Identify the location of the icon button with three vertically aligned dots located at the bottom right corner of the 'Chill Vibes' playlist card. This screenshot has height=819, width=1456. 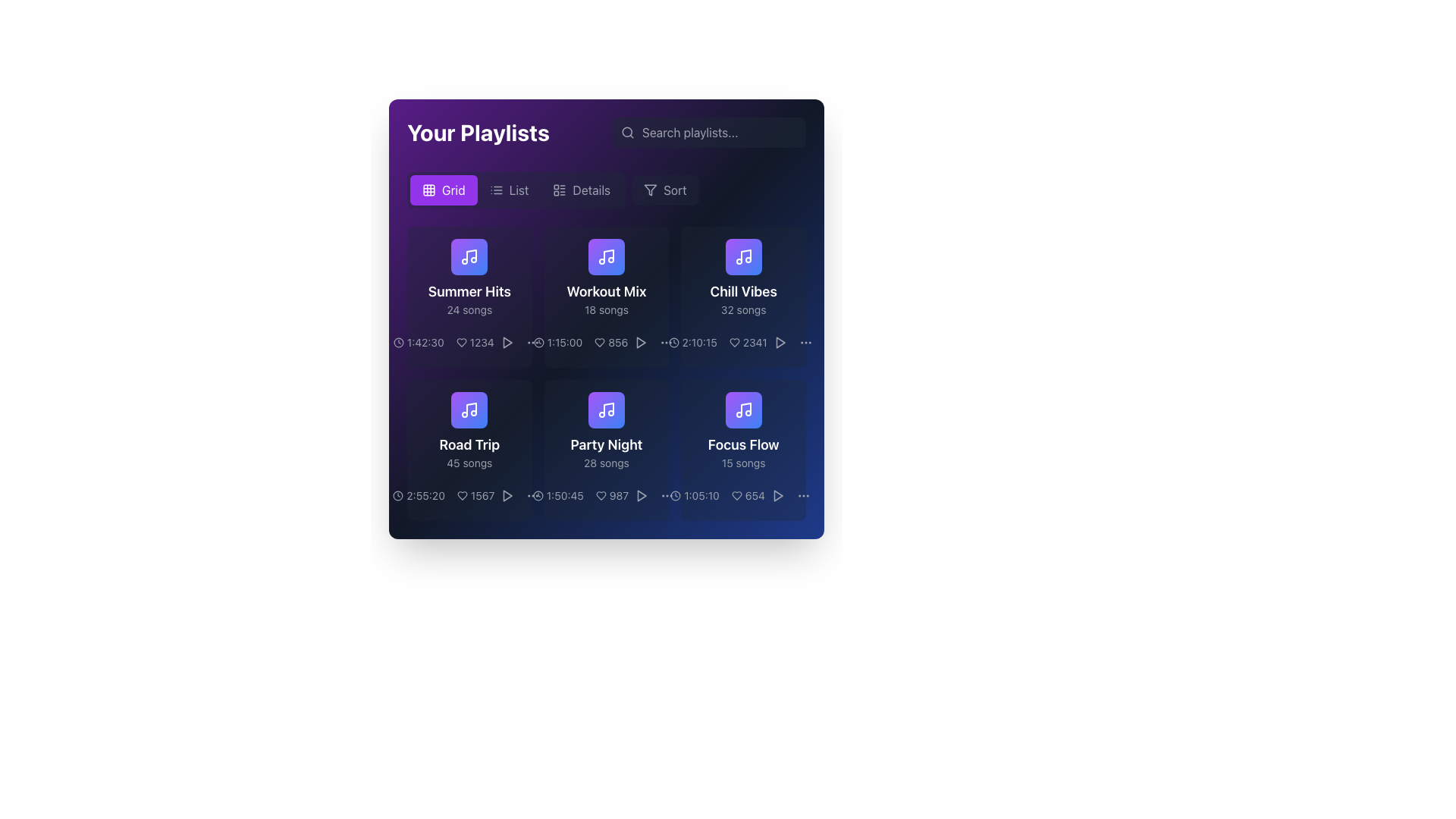
(667, 342).